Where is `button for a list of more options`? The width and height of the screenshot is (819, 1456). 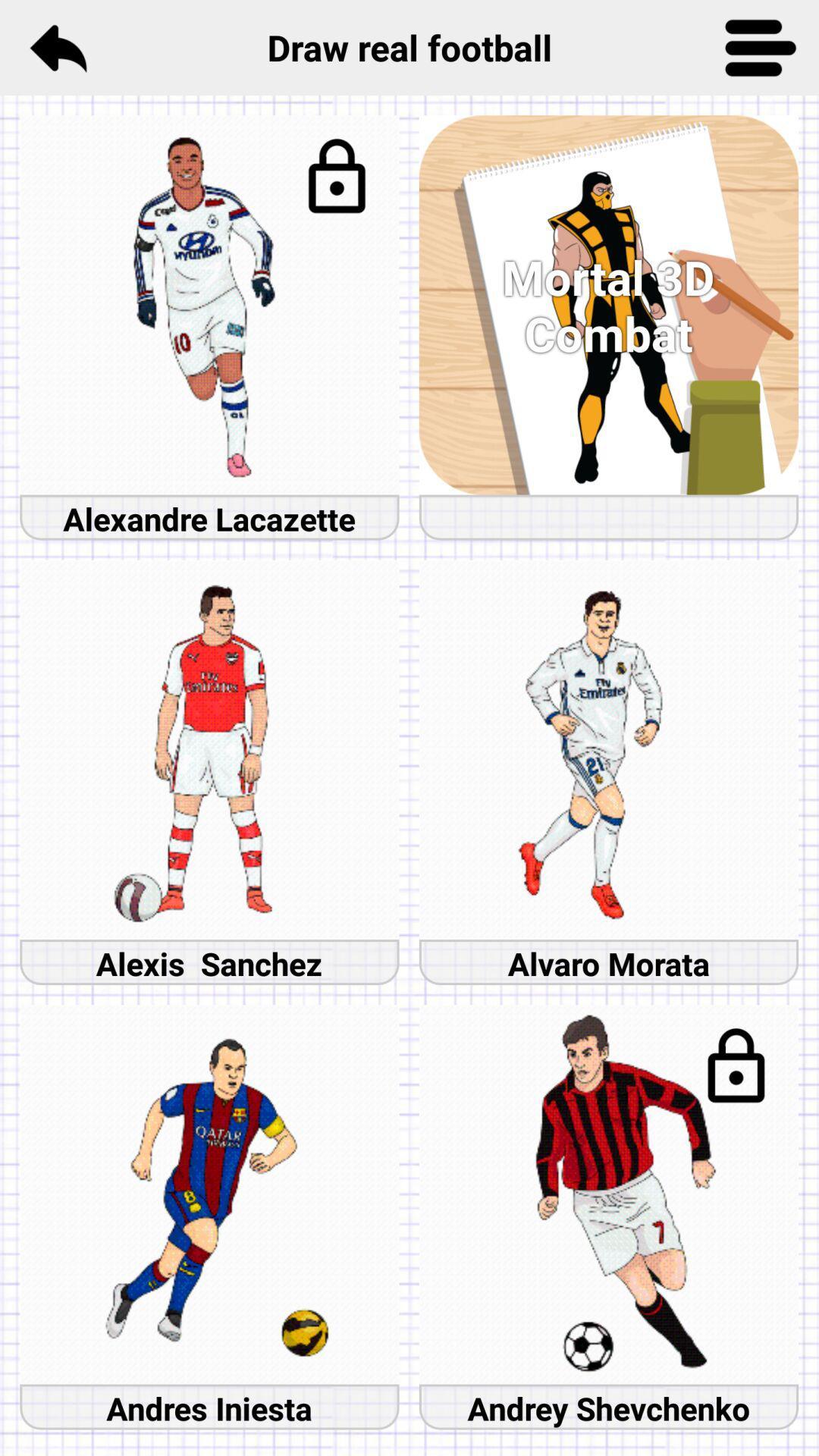
button for a list of more options is located at coordinates (761, 47).